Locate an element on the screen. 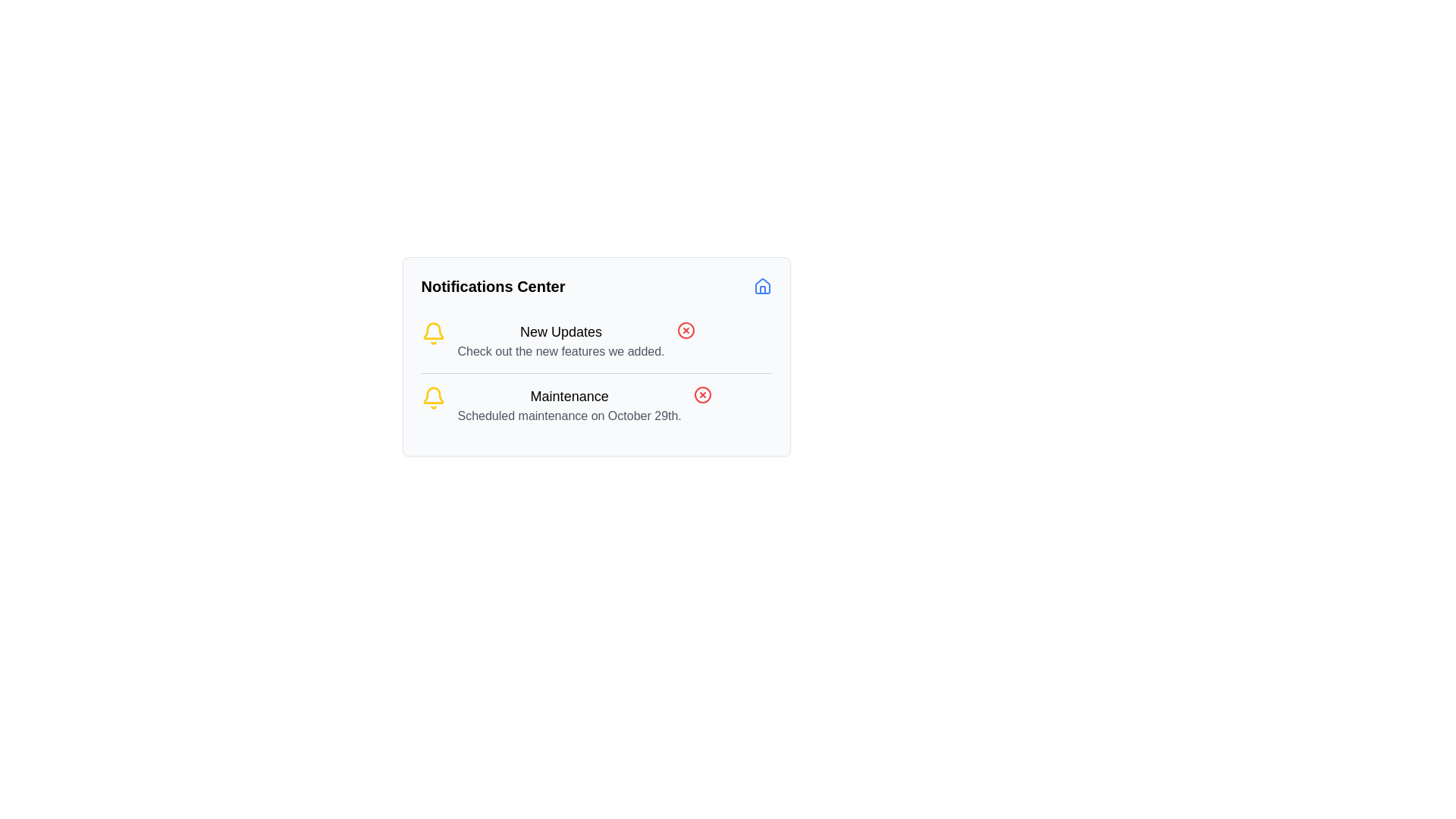  the bell icon that symbolizes an alert or notification related to maintenance, located on the left side of the 'Maintenance' notification banner is located at coordinates (432, 397).